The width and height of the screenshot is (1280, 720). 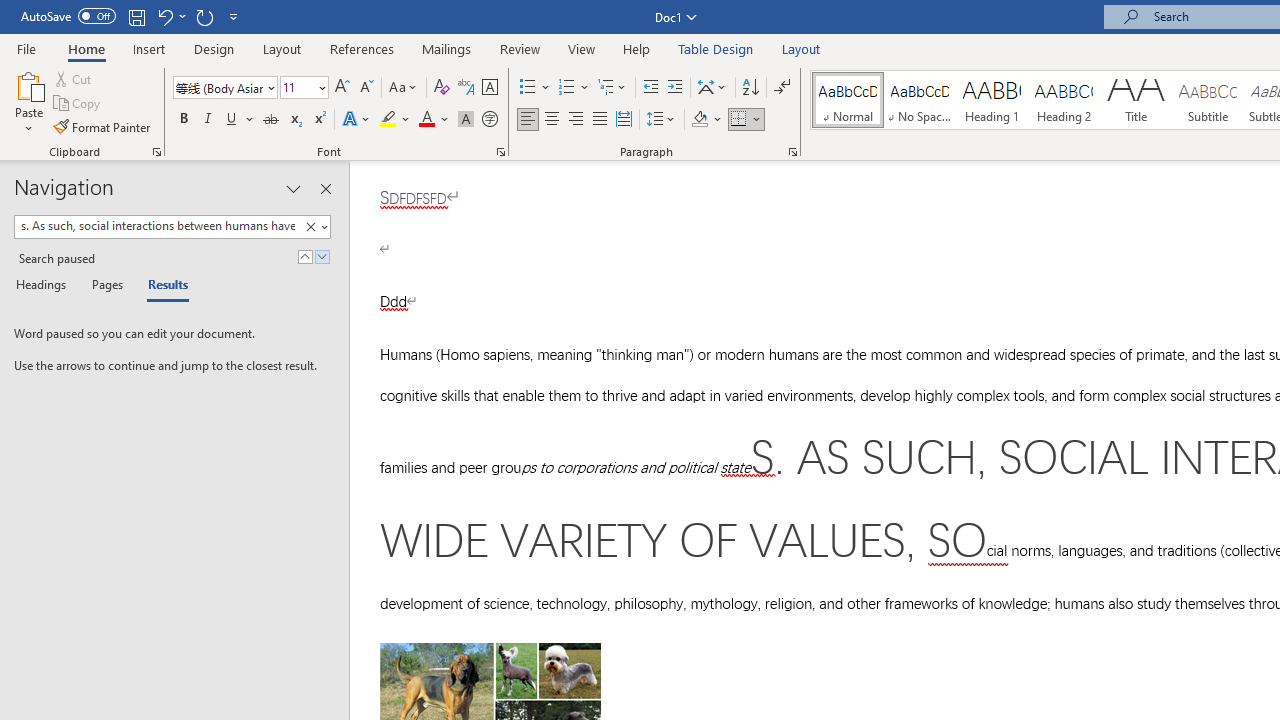 What do you see at coordinates (304, 256) in the screenshot?
I see `'Previous Result'` at bounding box center [304, 256].